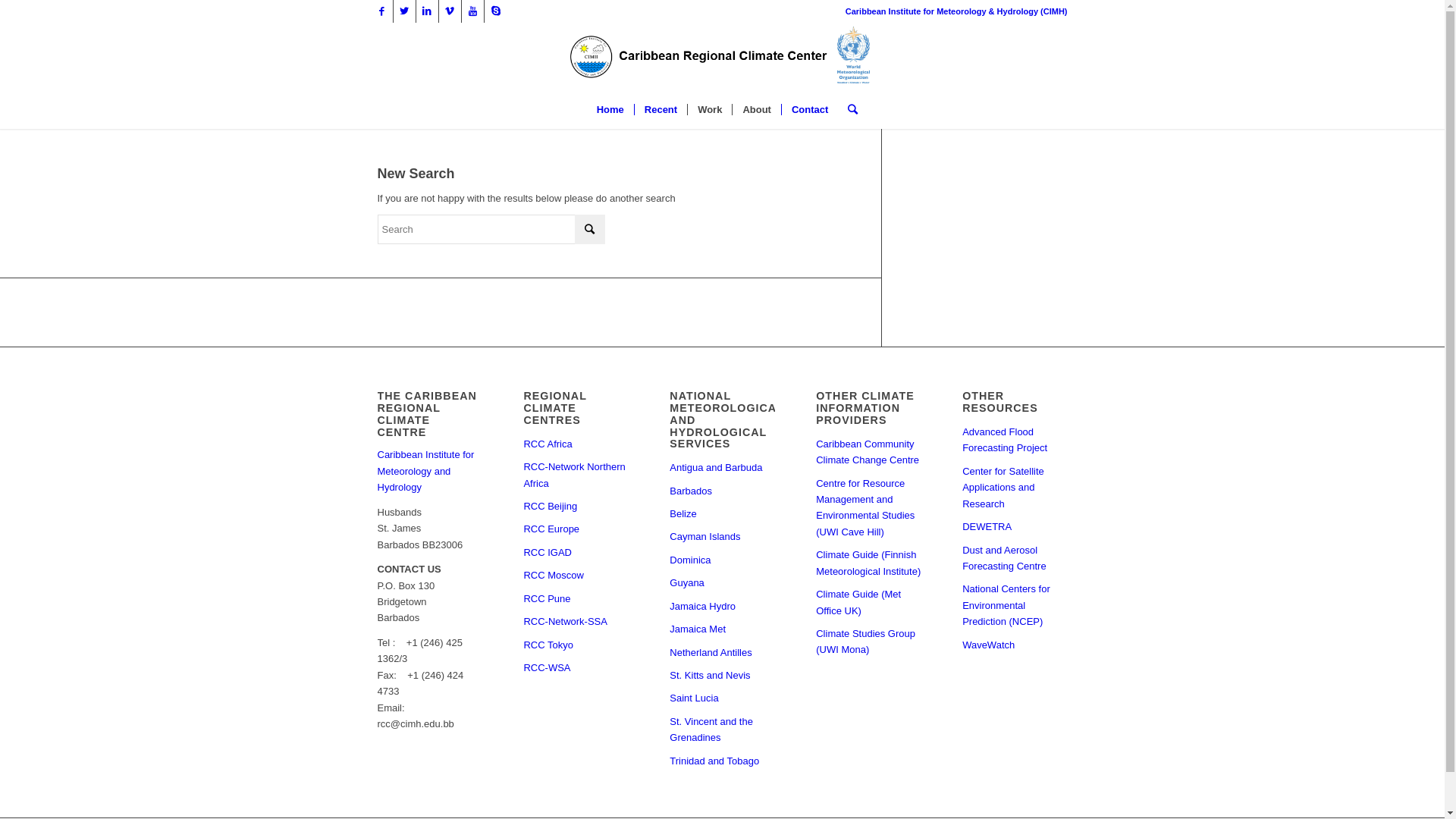  What do you see at coordinates (574, 576) in the screenshot?
I see `'RCC Moscow'` at bounding box center [574, 576].